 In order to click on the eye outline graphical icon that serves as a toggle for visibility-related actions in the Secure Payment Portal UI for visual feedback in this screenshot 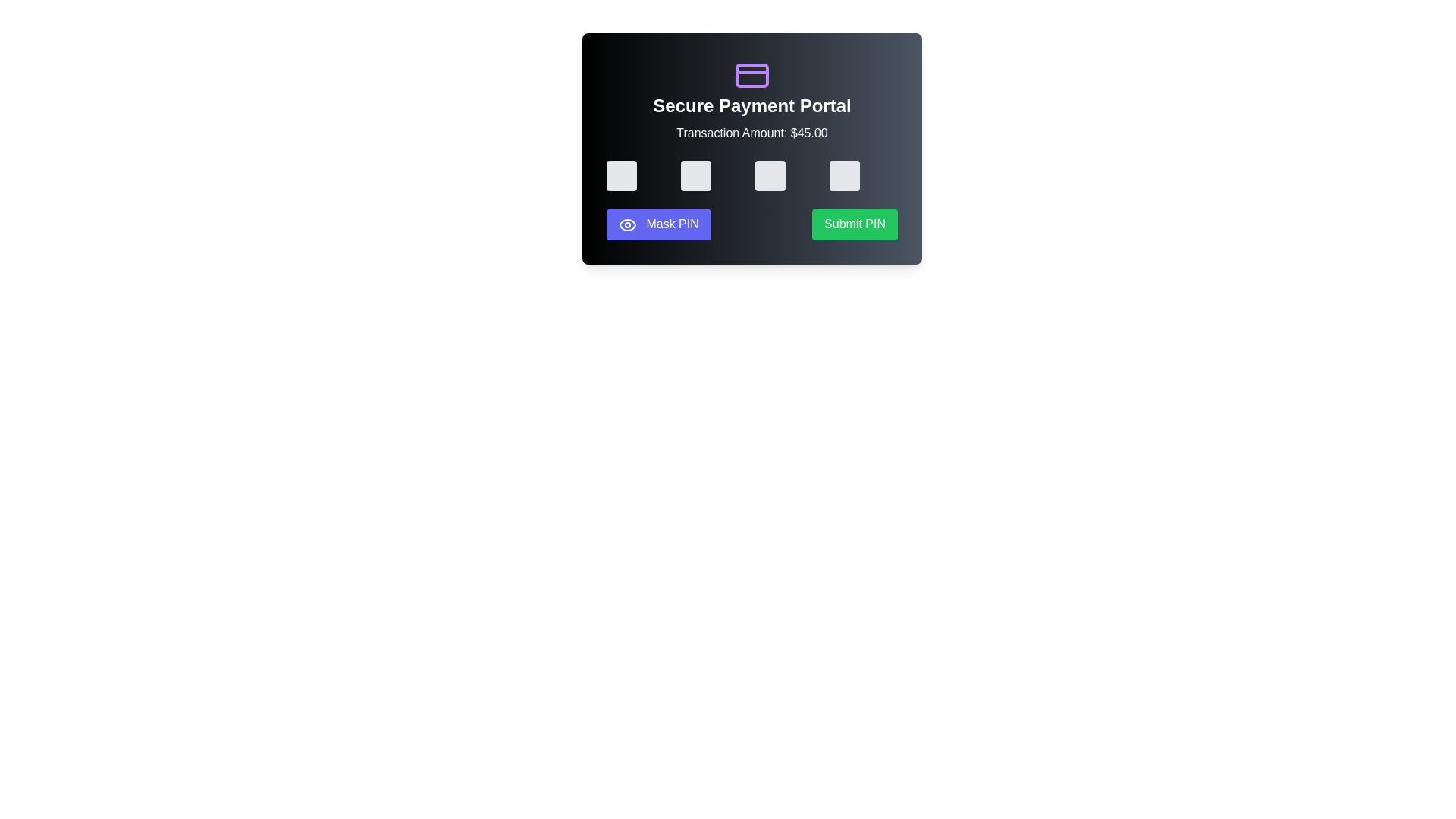, I will do `click(628, 224)`.